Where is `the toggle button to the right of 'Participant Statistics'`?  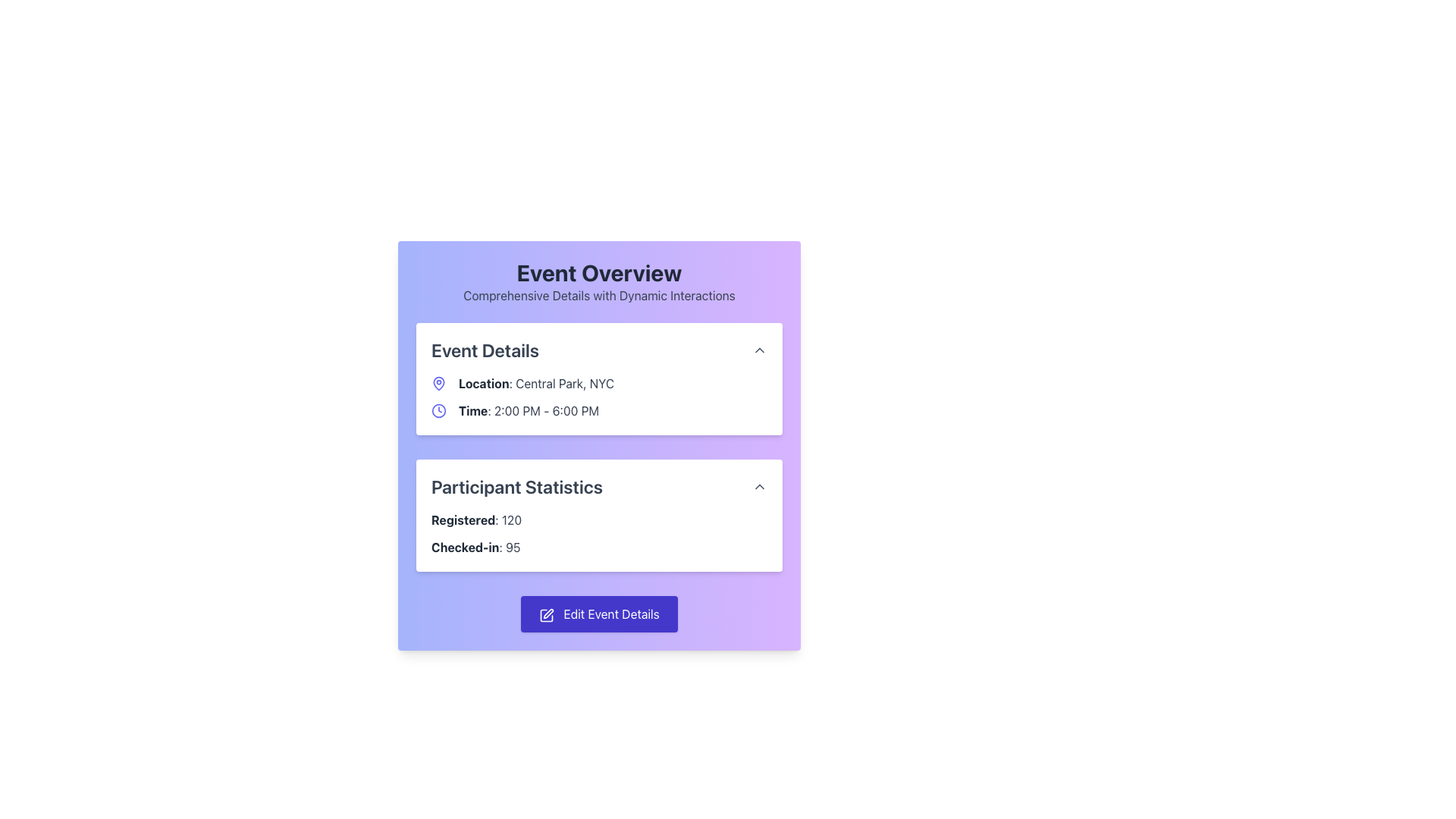
the toggle button to the right of 'Participant Statistics' is located at coordinates (760, 486).